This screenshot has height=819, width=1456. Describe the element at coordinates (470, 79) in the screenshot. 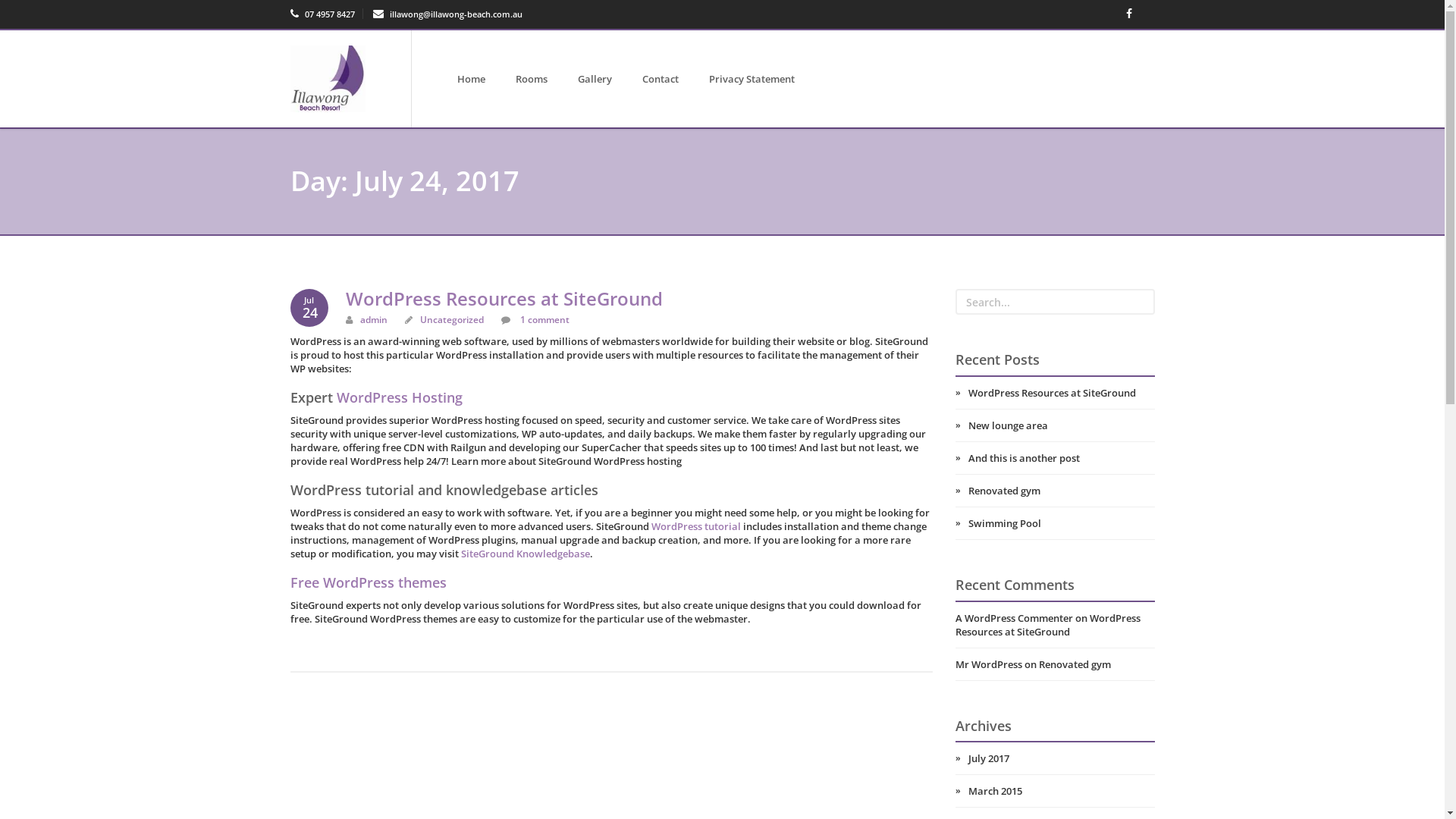

I see `'Home'` at that location.